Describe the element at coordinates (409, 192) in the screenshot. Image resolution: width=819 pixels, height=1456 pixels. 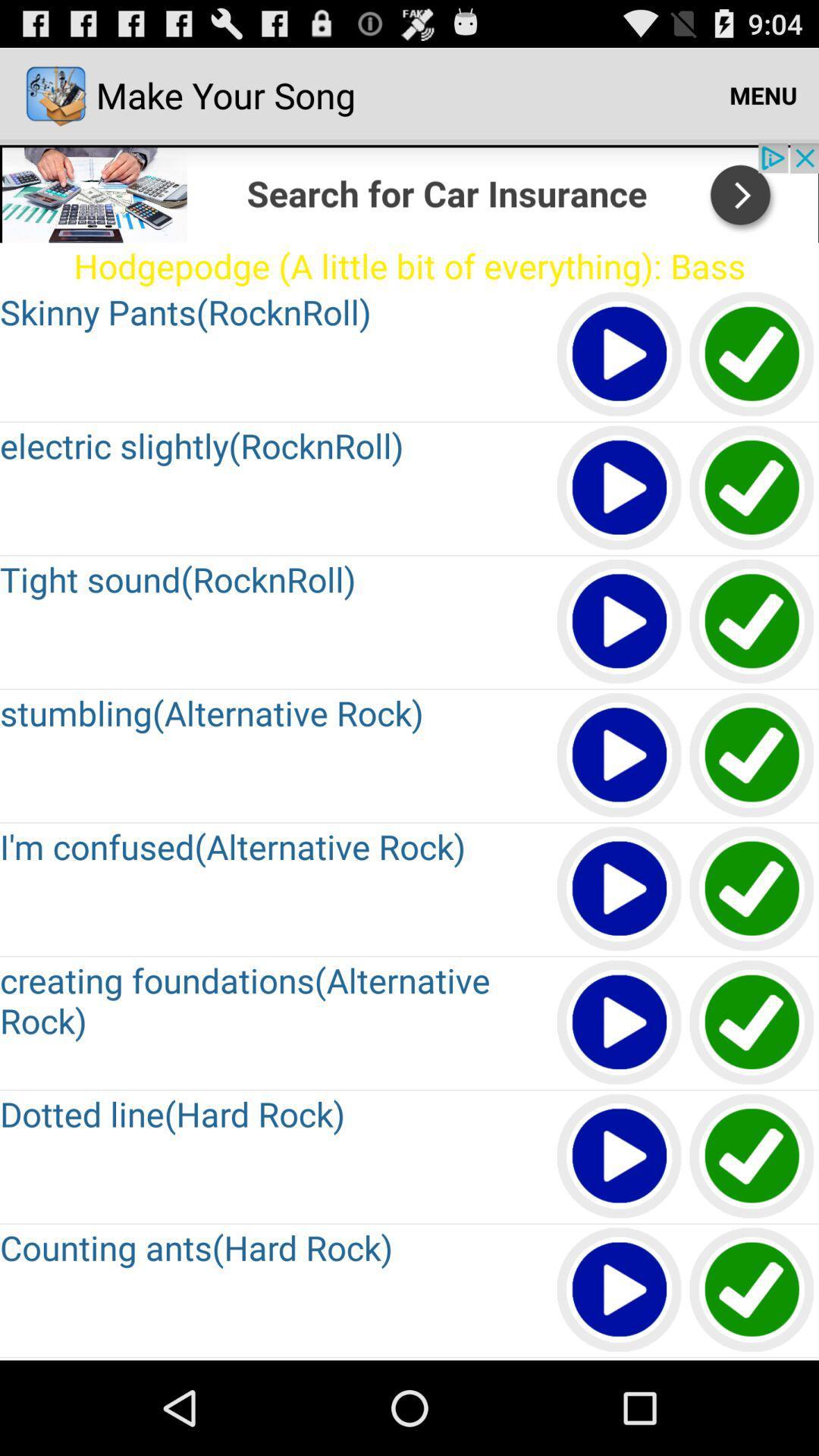
I see `click search` at that location.